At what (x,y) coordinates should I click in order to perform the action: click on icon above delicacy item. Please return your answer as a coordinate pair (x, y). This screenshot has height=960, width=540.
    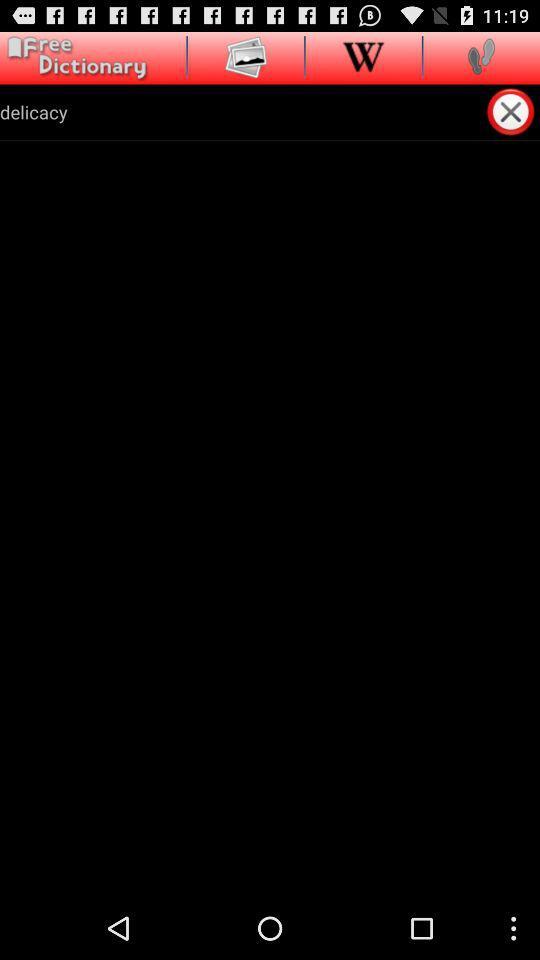
    Looking at the image, I should click on (246, 55).